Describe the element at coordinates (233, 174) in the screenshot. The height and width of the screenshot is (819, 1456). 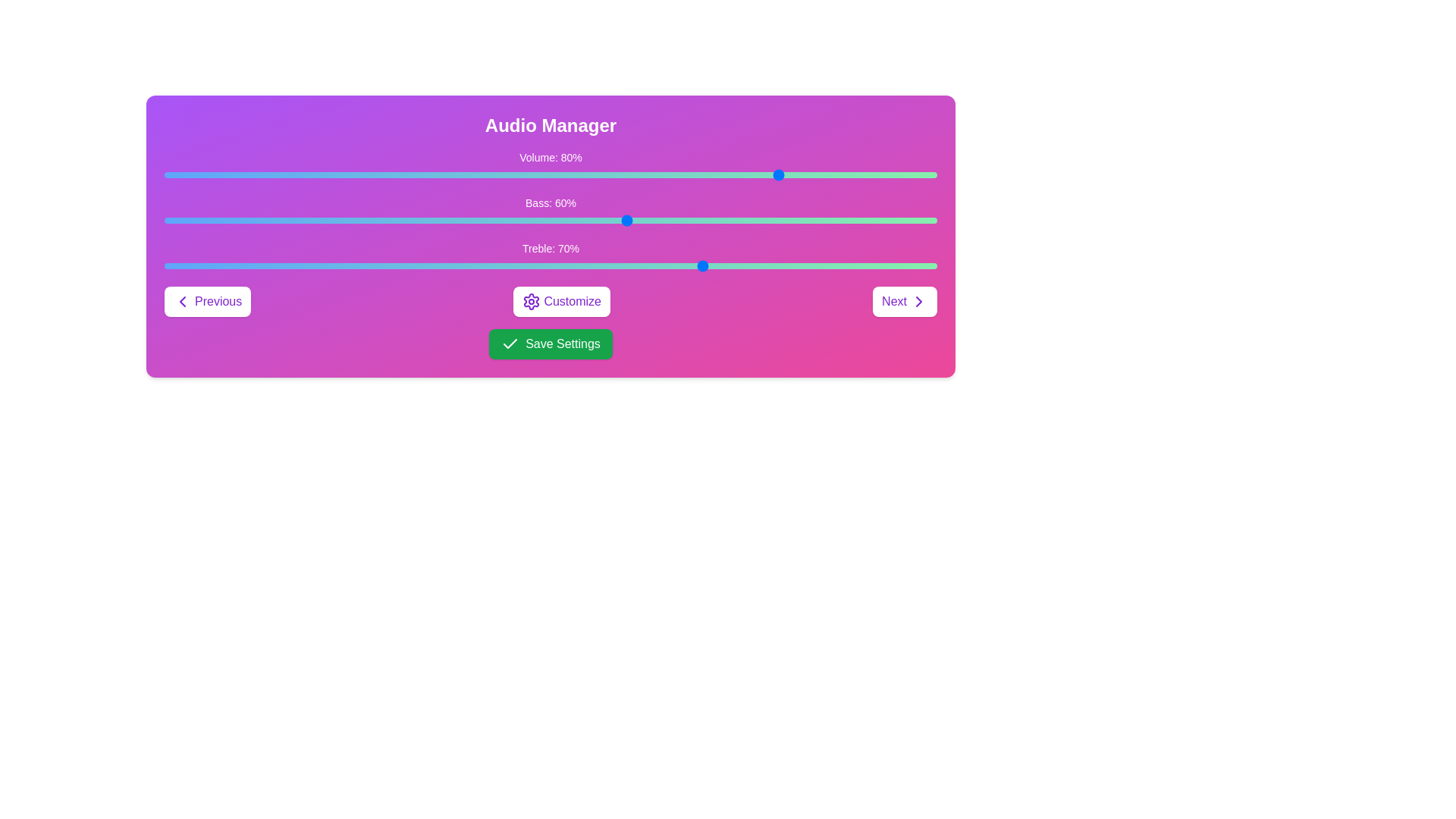
I see `the slider value` at that location.